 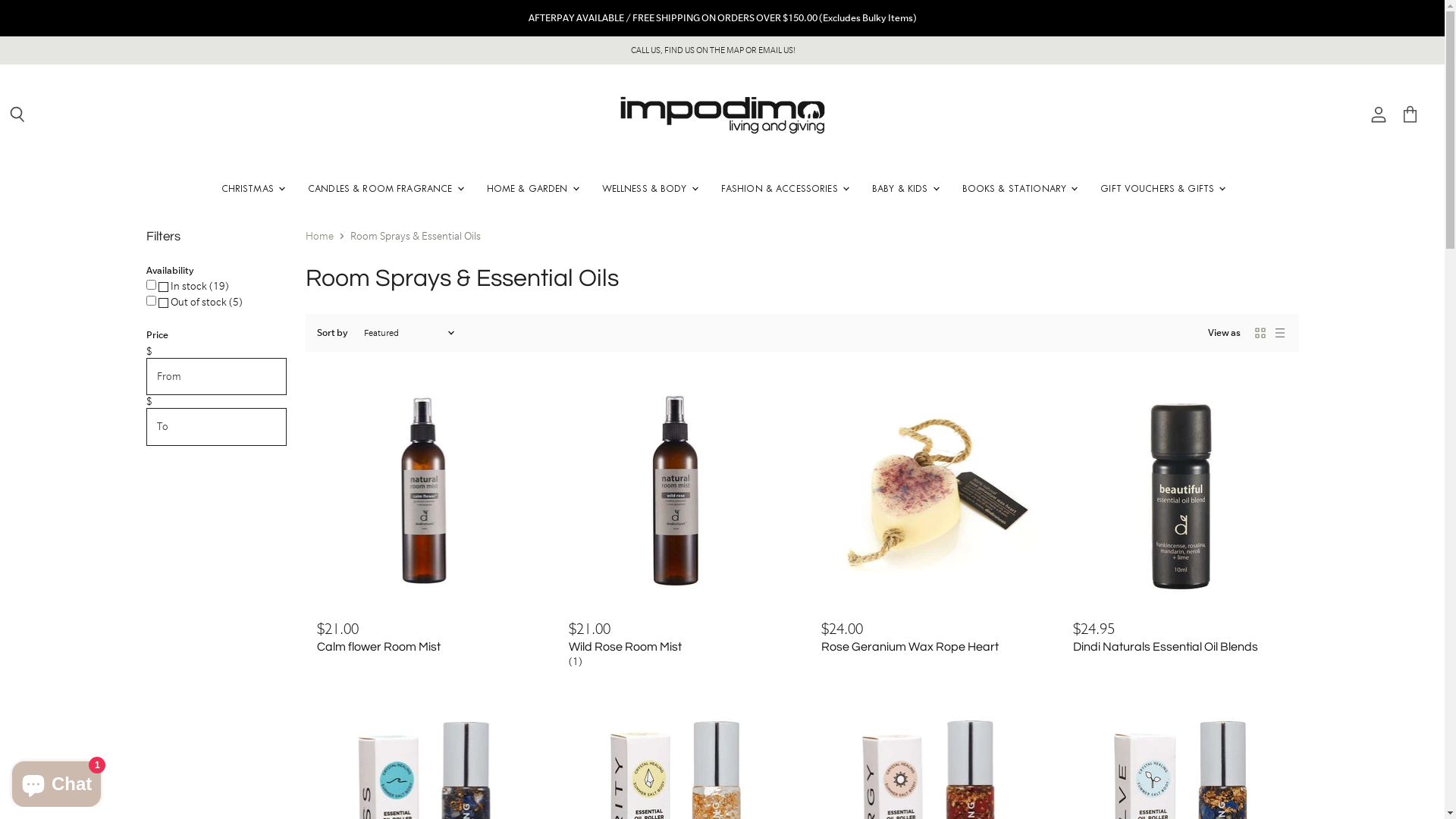 What do you see at coordinates (475, 187) in the screenshot?
I see `'HOME & GARDEN'` at bounding box center [475, 187].